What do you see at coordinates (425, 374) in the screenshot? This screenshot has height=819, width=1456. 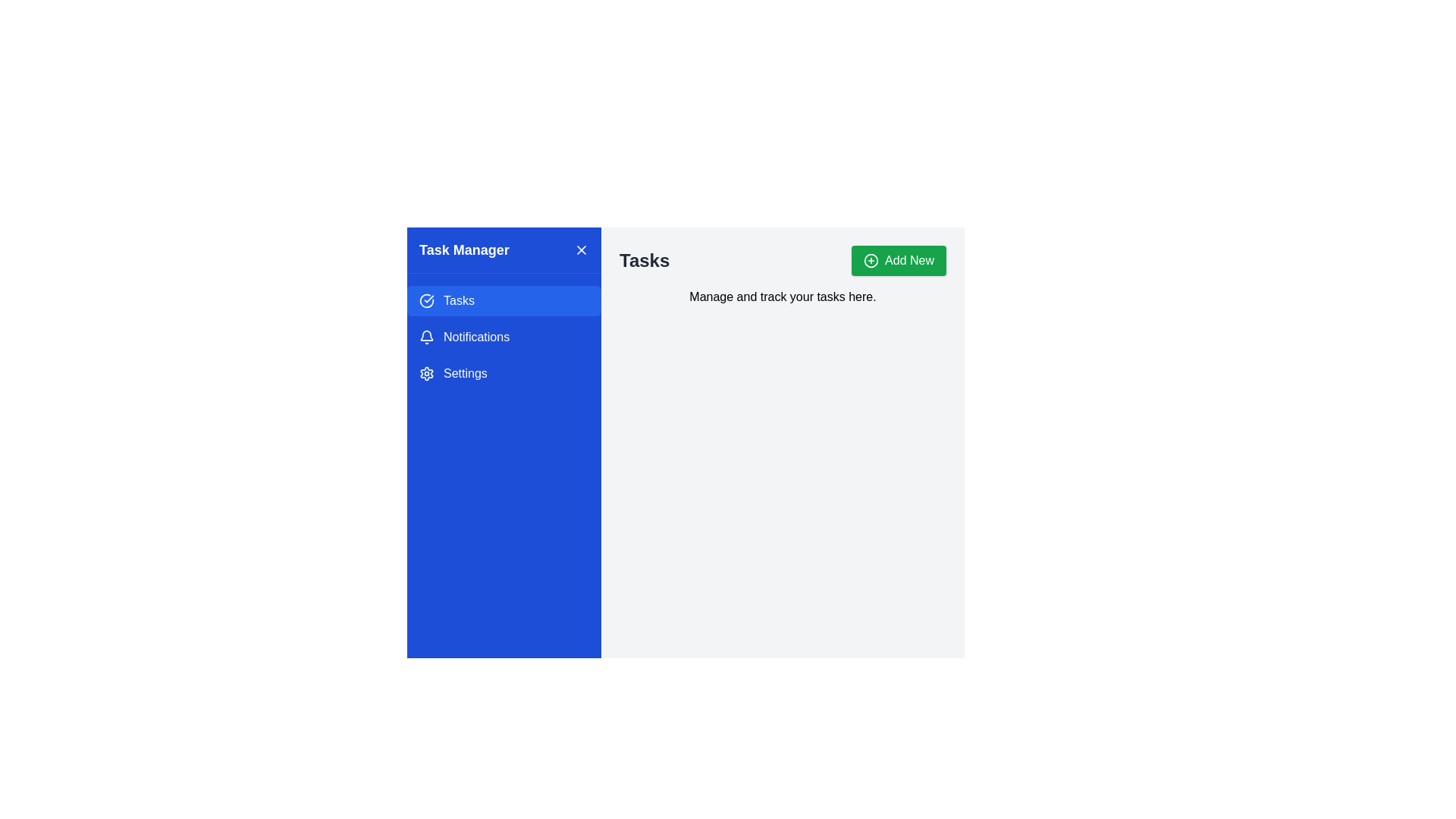 I see `the settings icon located in the left-hand vertical navigation panel, which is the third item in the stack of icons` at bounding box center [425, 374].